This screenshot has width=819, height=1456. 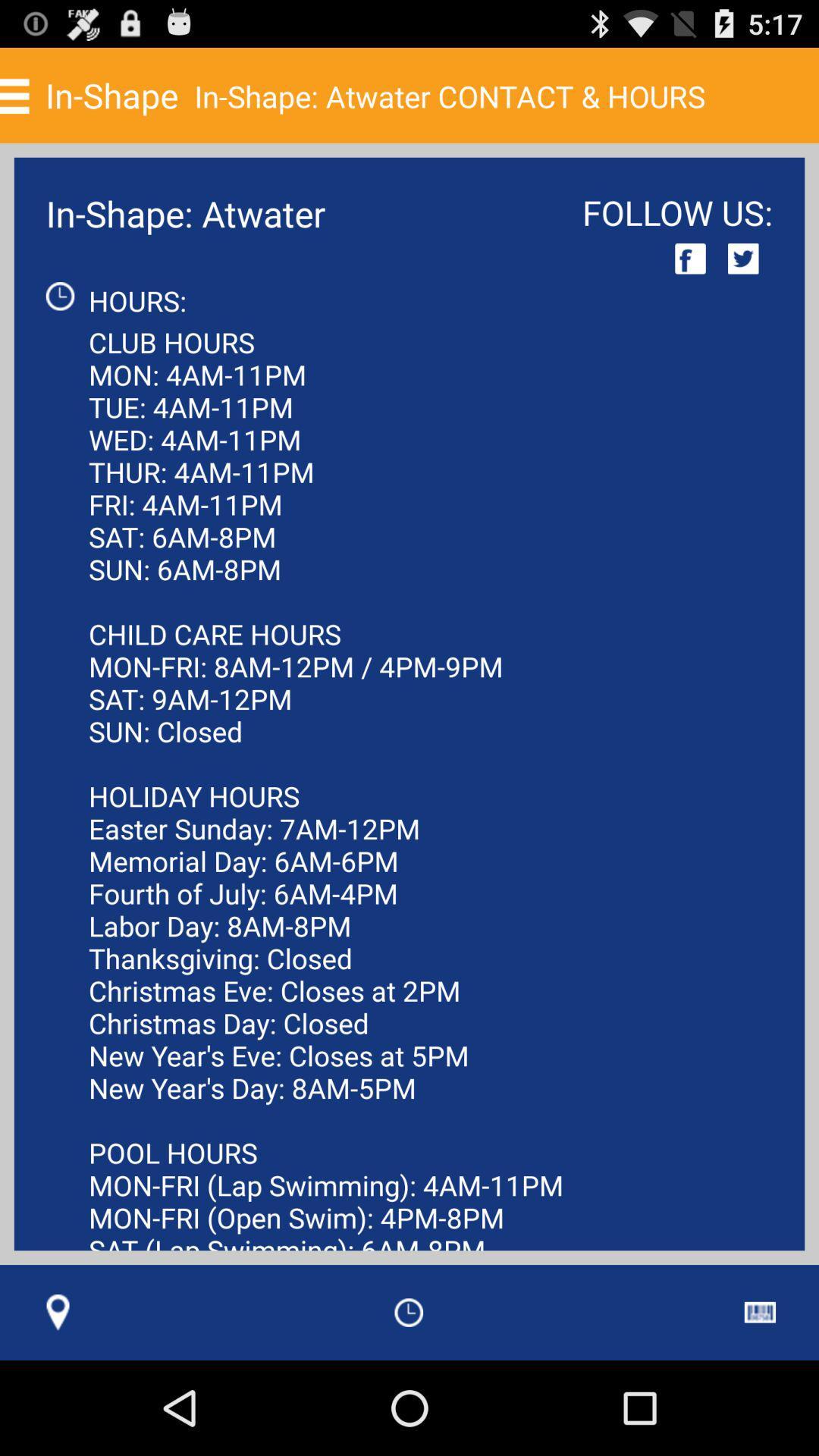 I want to click on the app below the club hours mon app, so click(x=408, y=1312).